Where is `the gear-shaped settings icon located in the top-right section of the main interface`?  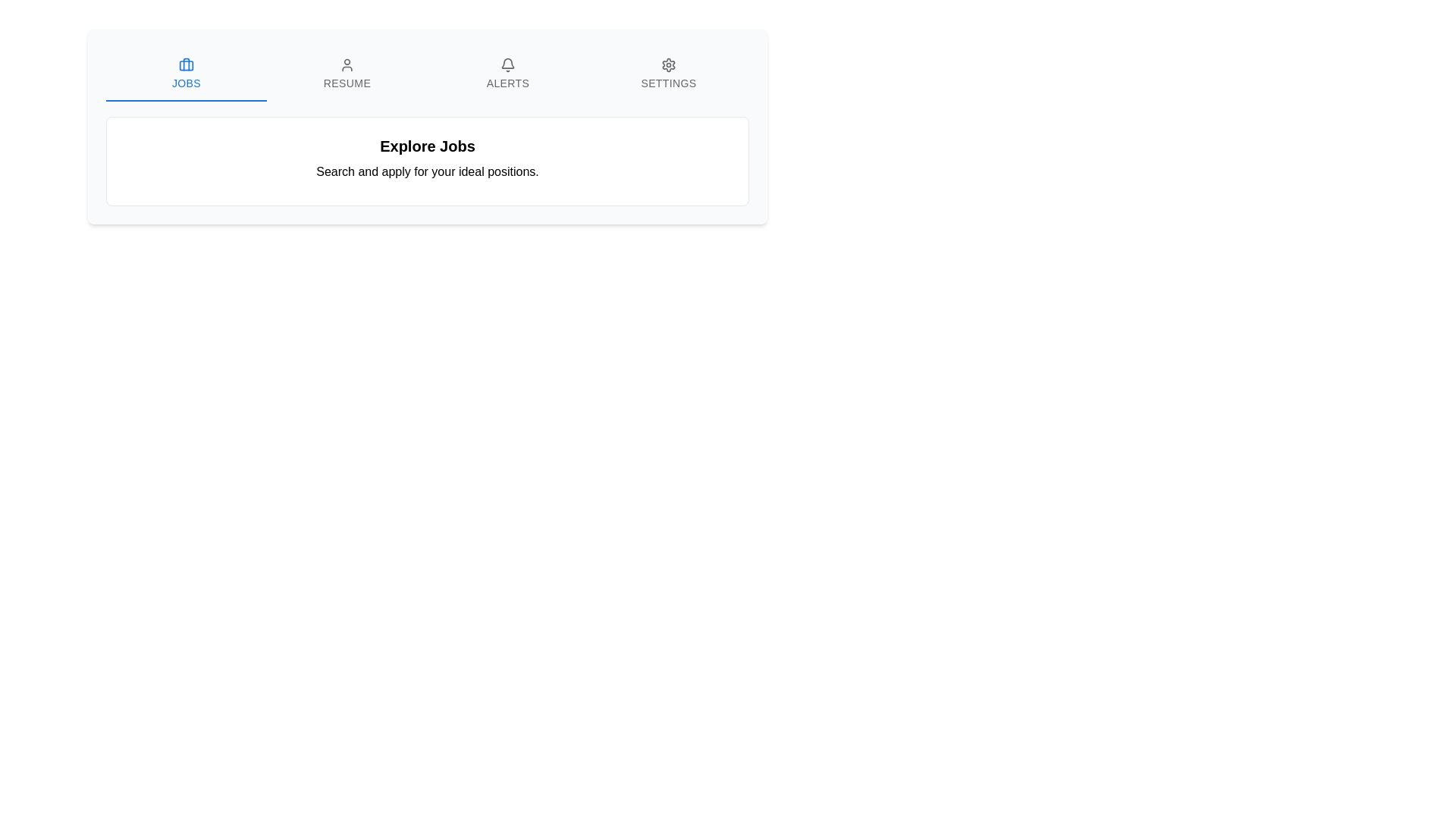
the gear-shaped settings icon located in the top-right section of the main interface is located at coordinates (668, 64).